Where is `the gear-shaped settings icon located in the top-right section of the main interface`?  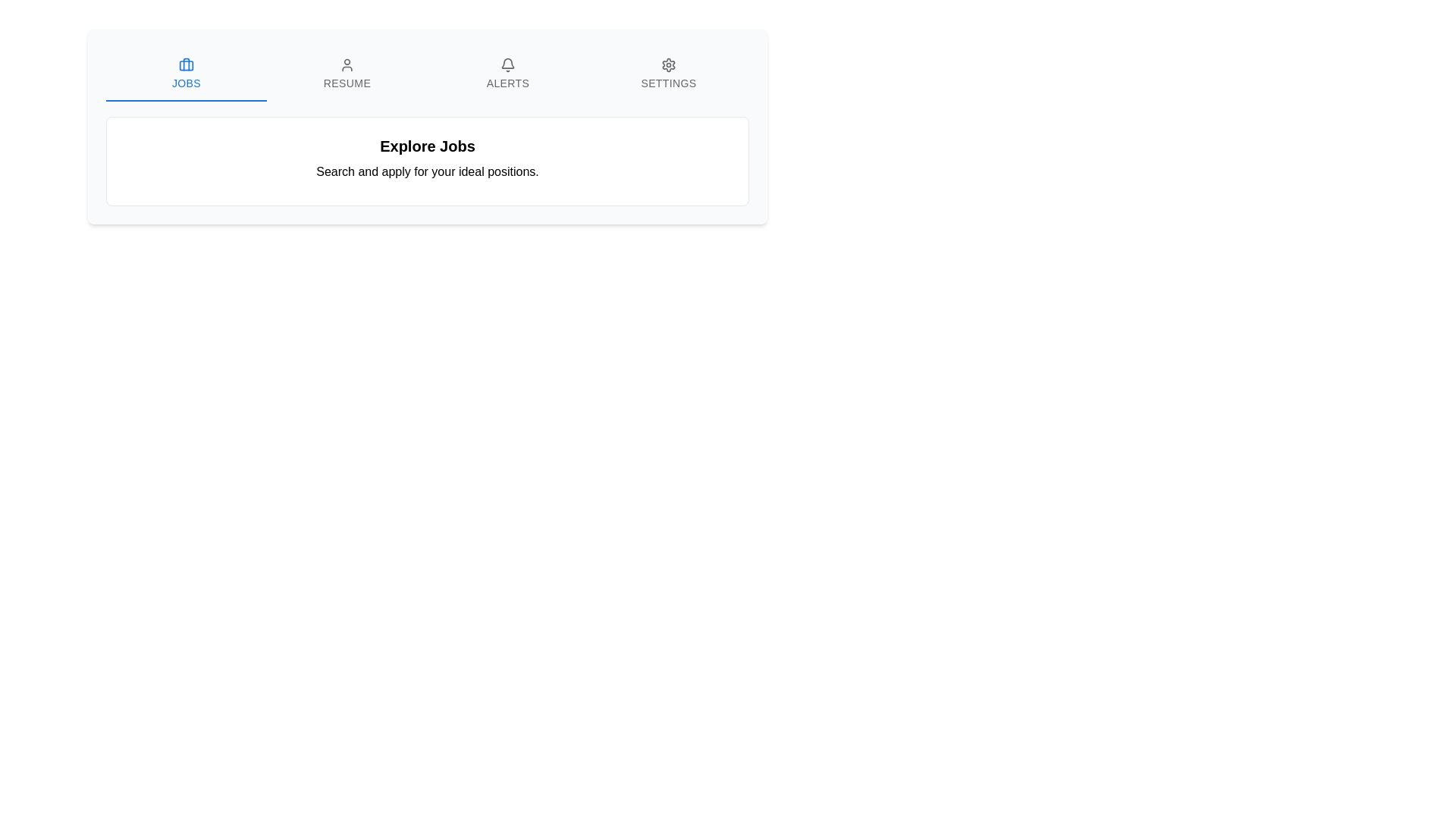
the gear-shaped settings icon located in the top-right section of the main interface is located at coordinates (668, 64).